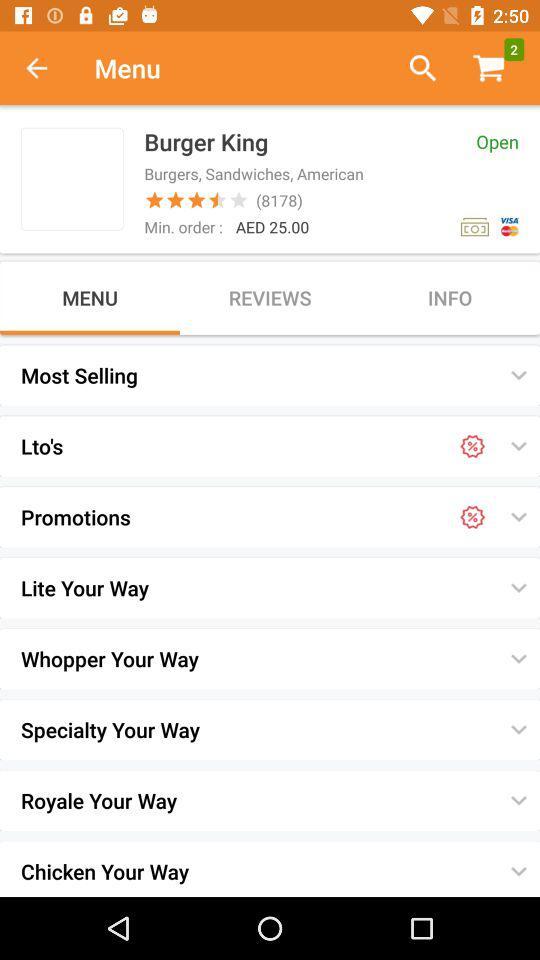  I want to click on search menu, so click(414, 68).